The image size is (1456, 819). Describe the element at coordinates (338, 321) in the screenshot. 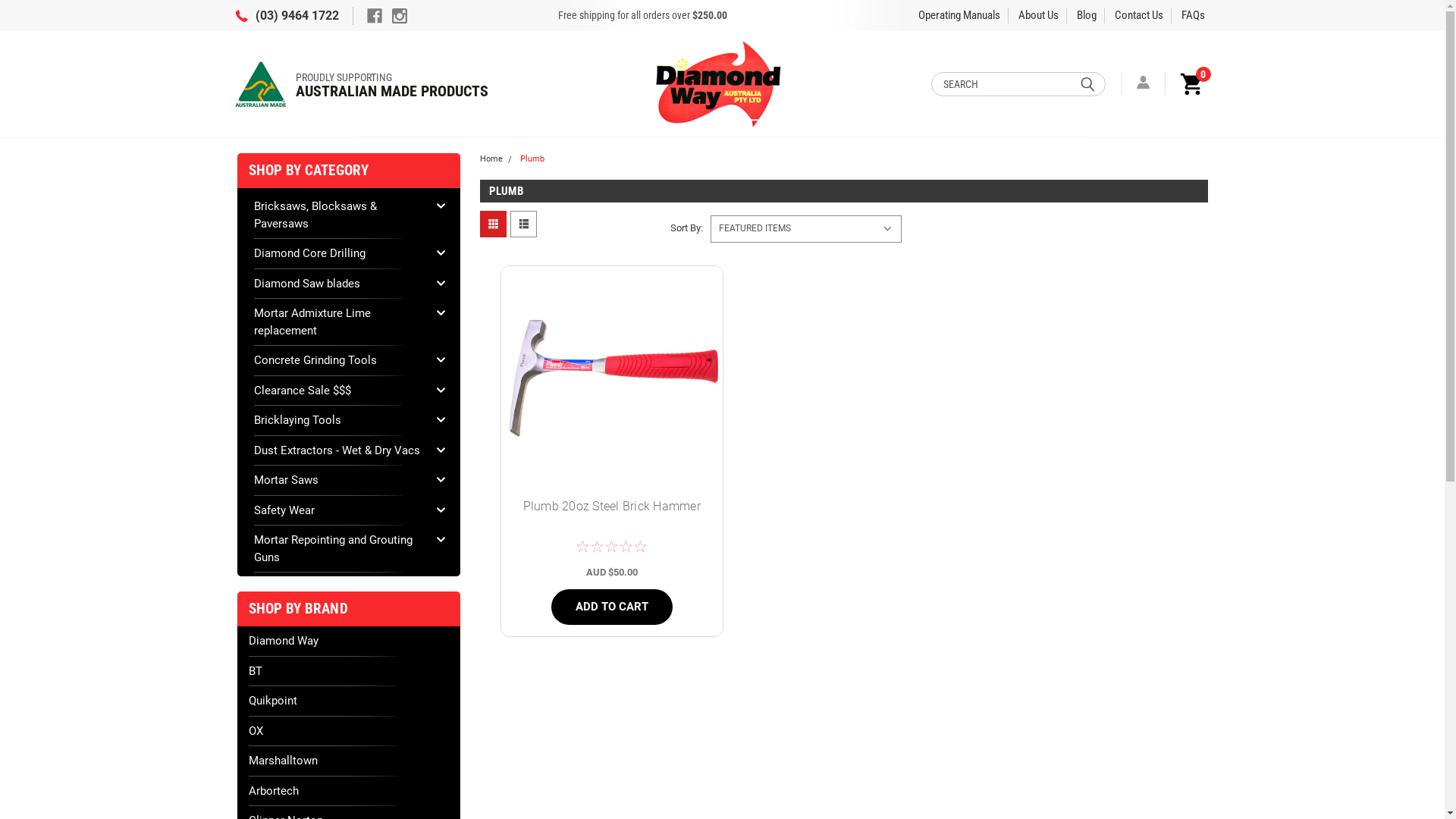

I see `'Mortar Admixture Lime replacement'` at that location.